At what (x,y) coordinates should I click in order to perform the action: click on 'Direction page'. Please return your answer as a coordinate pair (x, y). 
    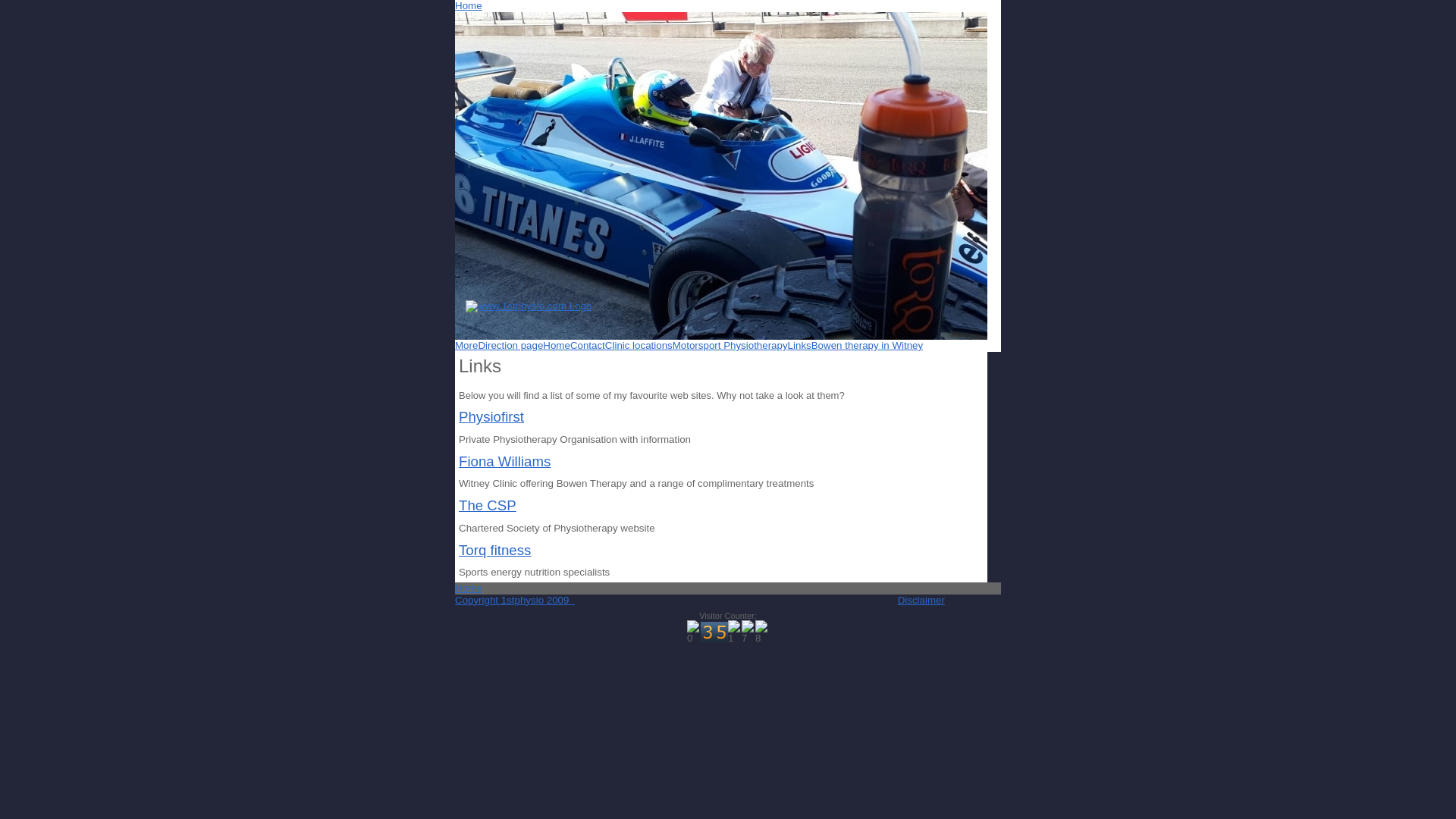
    Looking at the image, I should click on (510, 345).